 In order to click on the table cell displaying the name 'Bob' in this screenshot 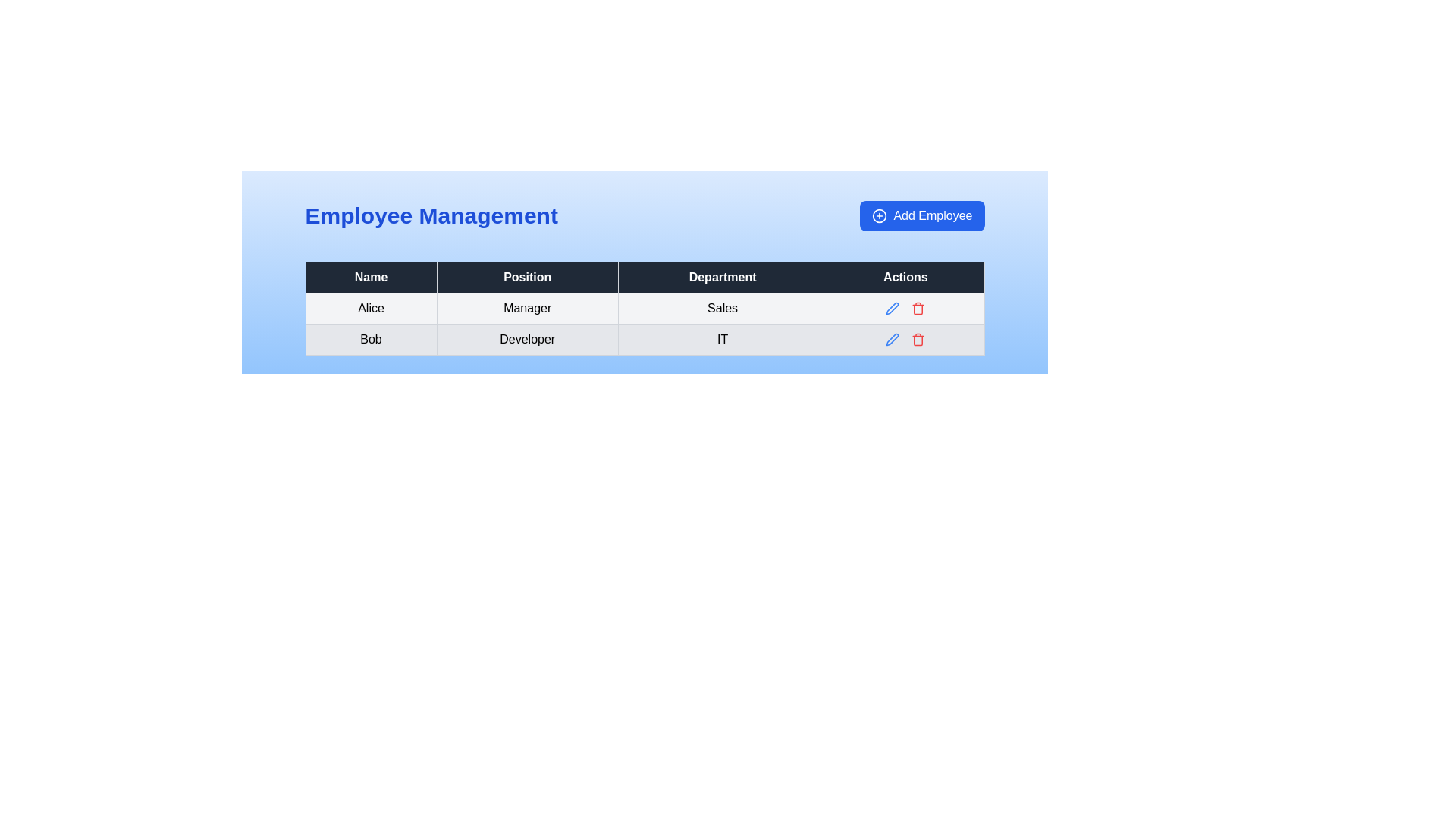, I will do `click(371, 338)`.